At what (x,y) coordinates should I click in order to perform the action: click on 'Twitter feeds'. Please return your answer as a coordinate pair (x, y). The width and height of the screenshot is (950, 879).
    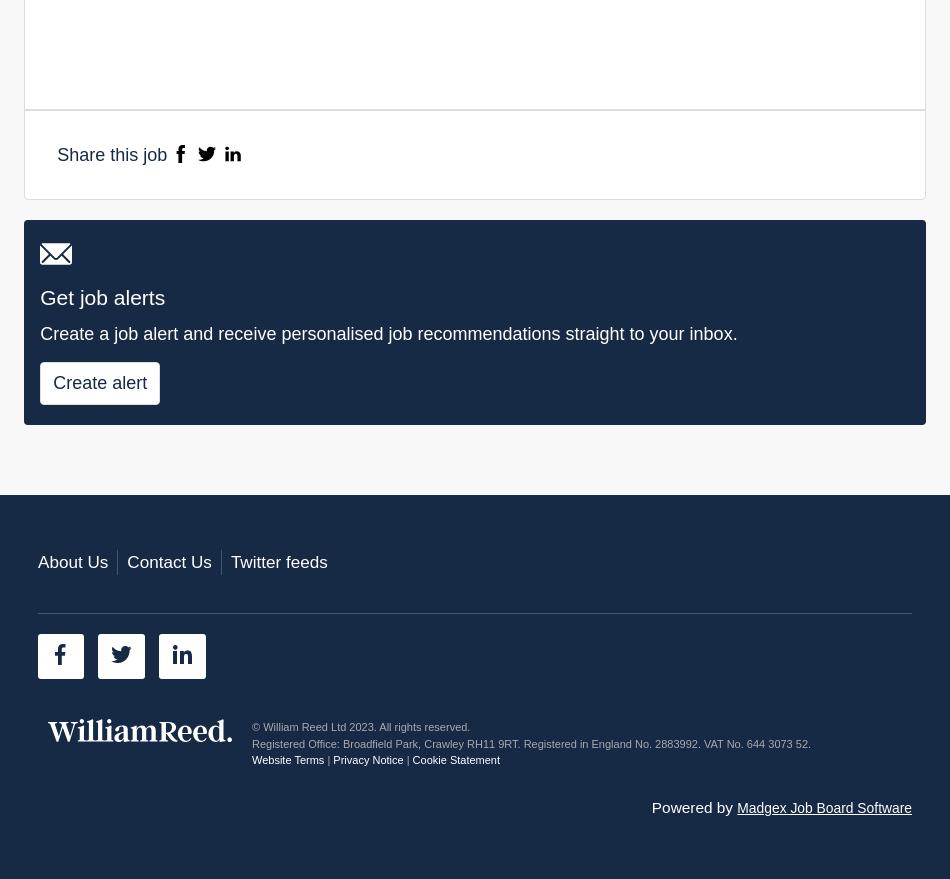
    Looking at the image, I should click on (229, 560).